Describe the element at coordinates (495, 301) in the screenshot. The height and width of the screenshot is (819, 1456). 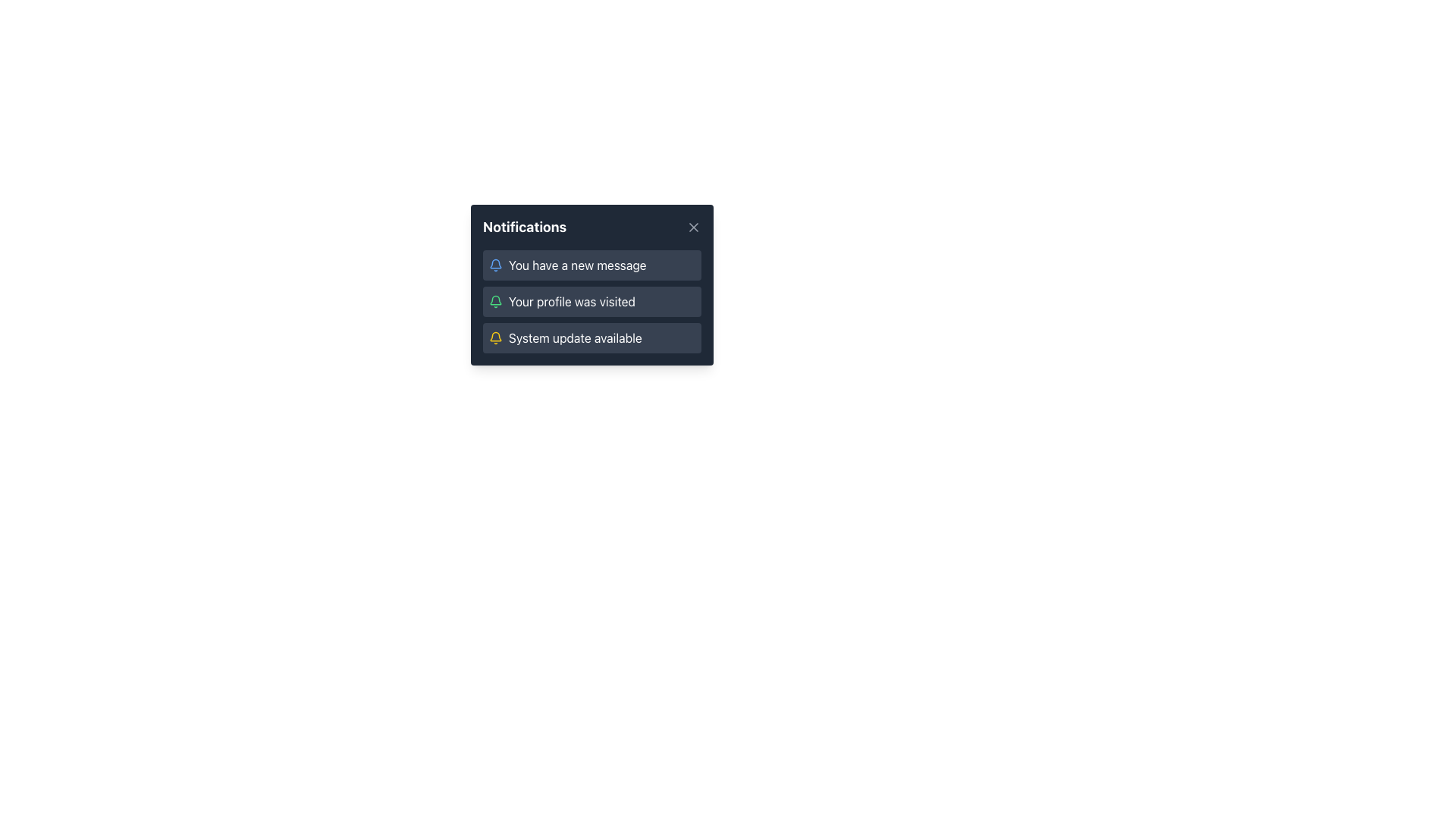
I see `the notification icon that indicates a notification related to 'Your profile was visited', located in the central part of the notification popup` at that location.